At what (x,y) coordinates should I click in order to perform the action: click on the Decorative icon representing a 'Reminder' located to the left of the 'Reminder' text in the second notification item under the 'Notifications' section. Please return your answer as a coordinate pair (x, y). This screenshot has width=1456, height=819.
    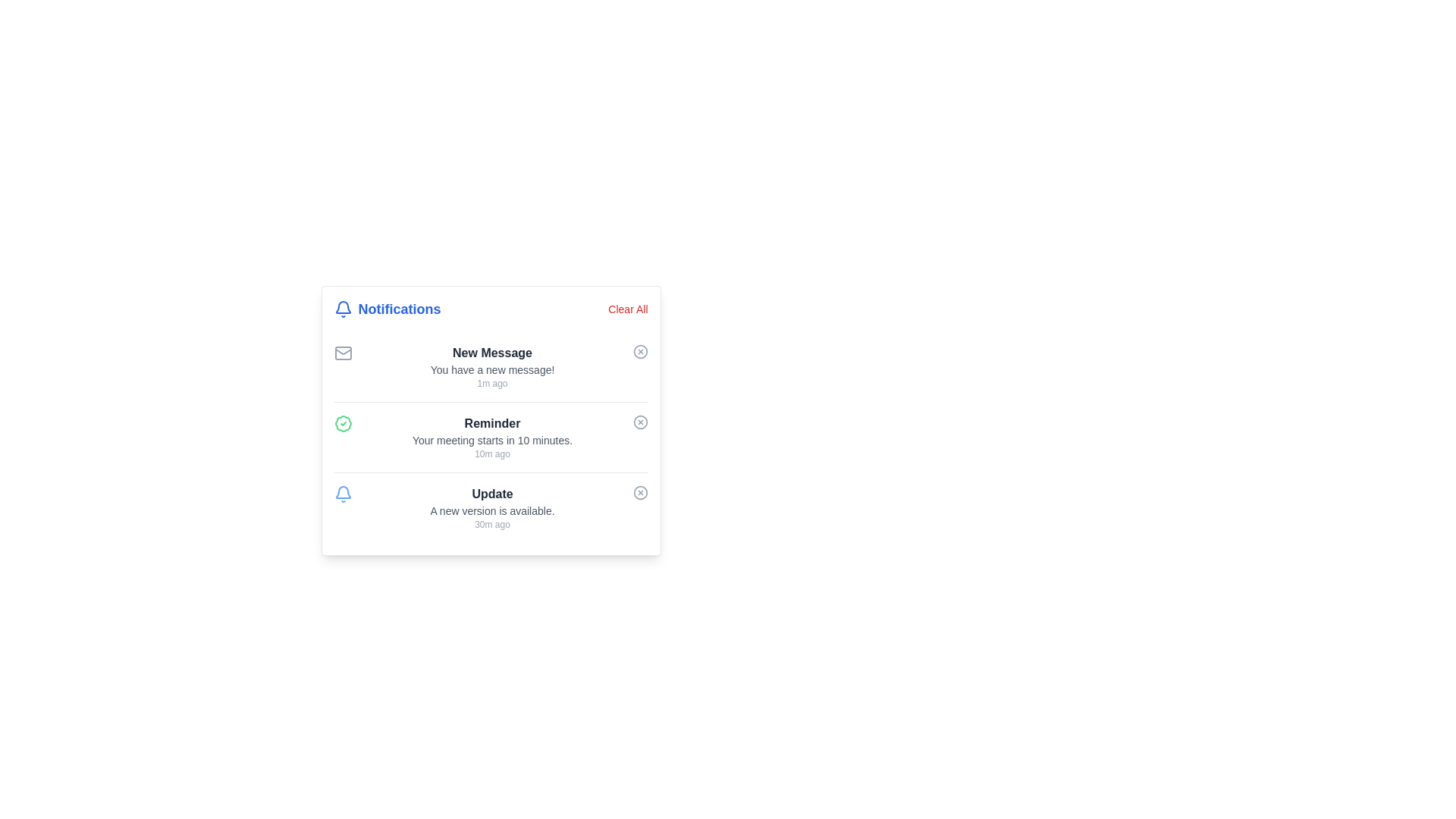
    Looking at the image, I should click on (342, 424).